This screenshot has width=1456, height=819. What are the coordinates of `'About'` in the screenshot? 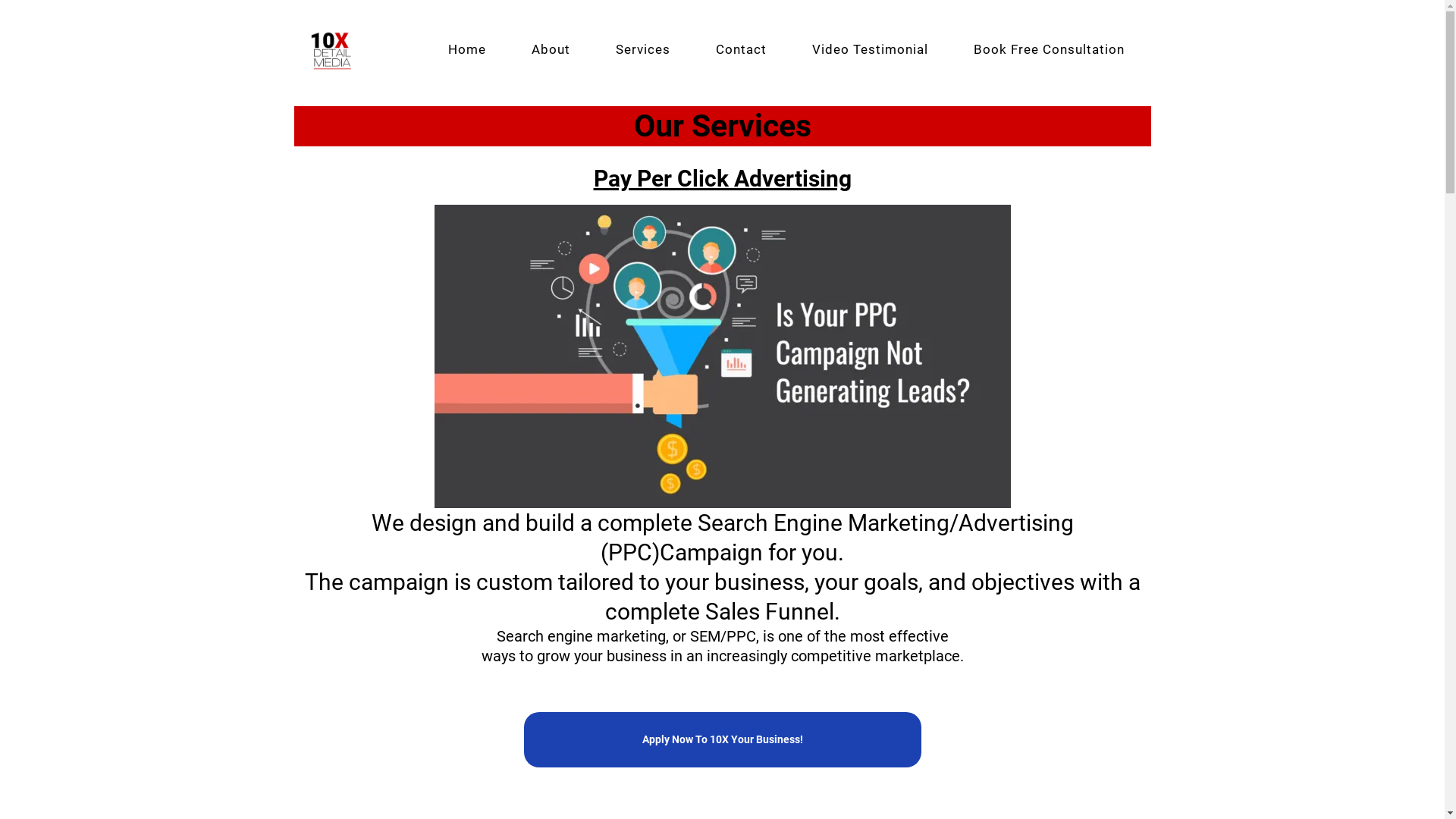 It's located at (549, 49).